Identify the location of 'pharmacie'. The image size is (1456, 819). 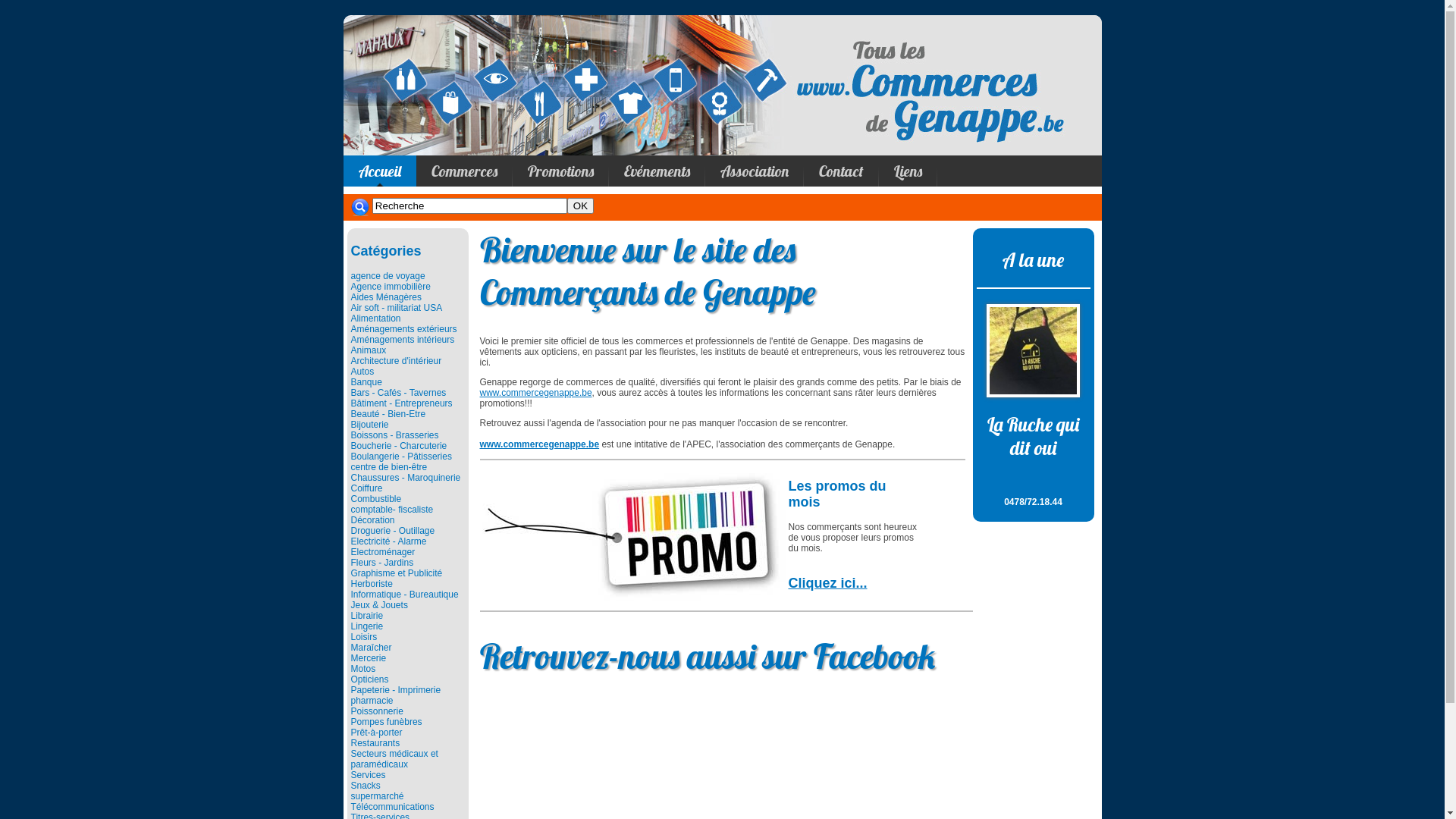
(371, 701).